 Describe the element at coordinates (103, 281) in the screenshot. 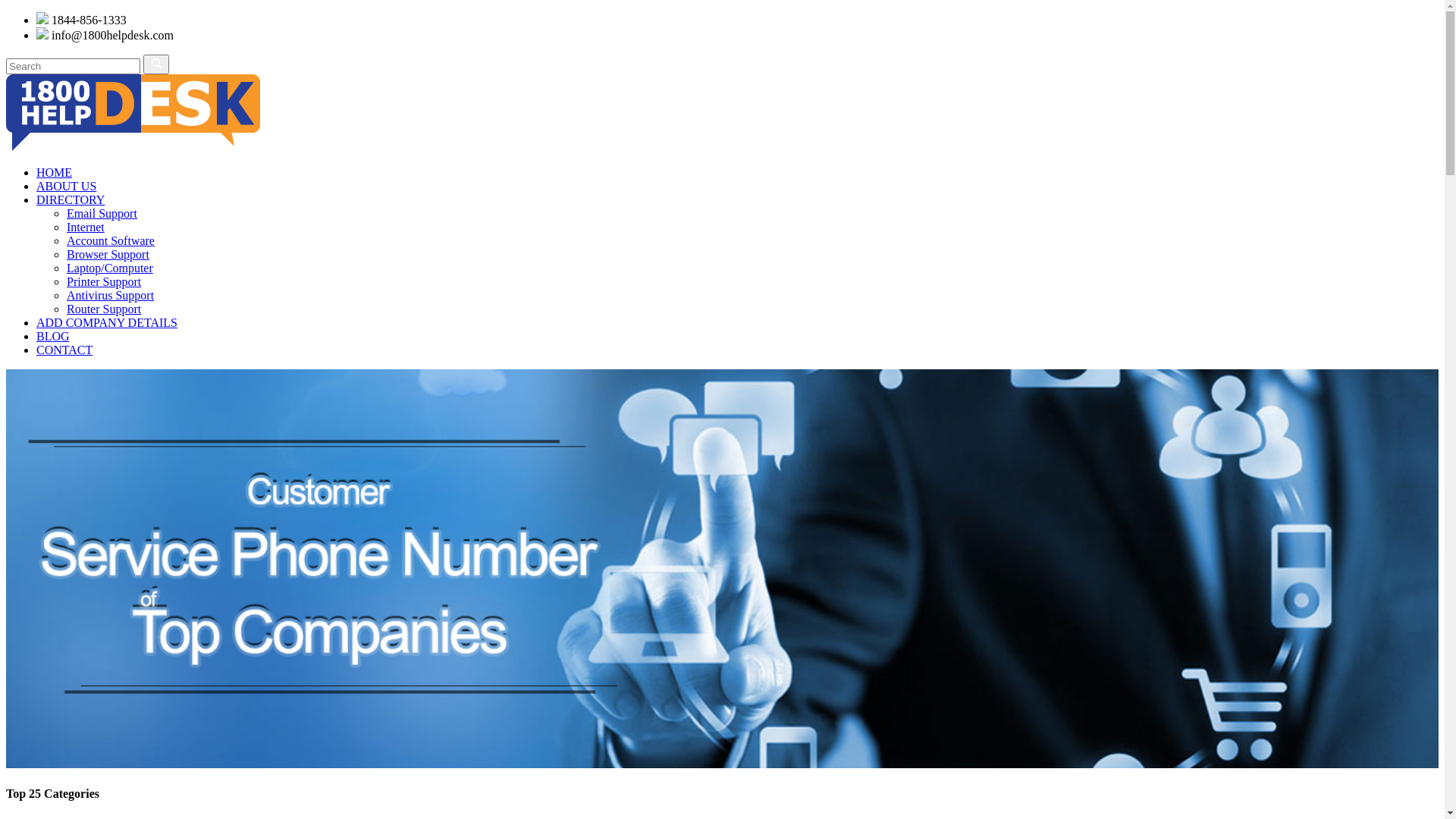

I see `'Printer Support'` at that location.